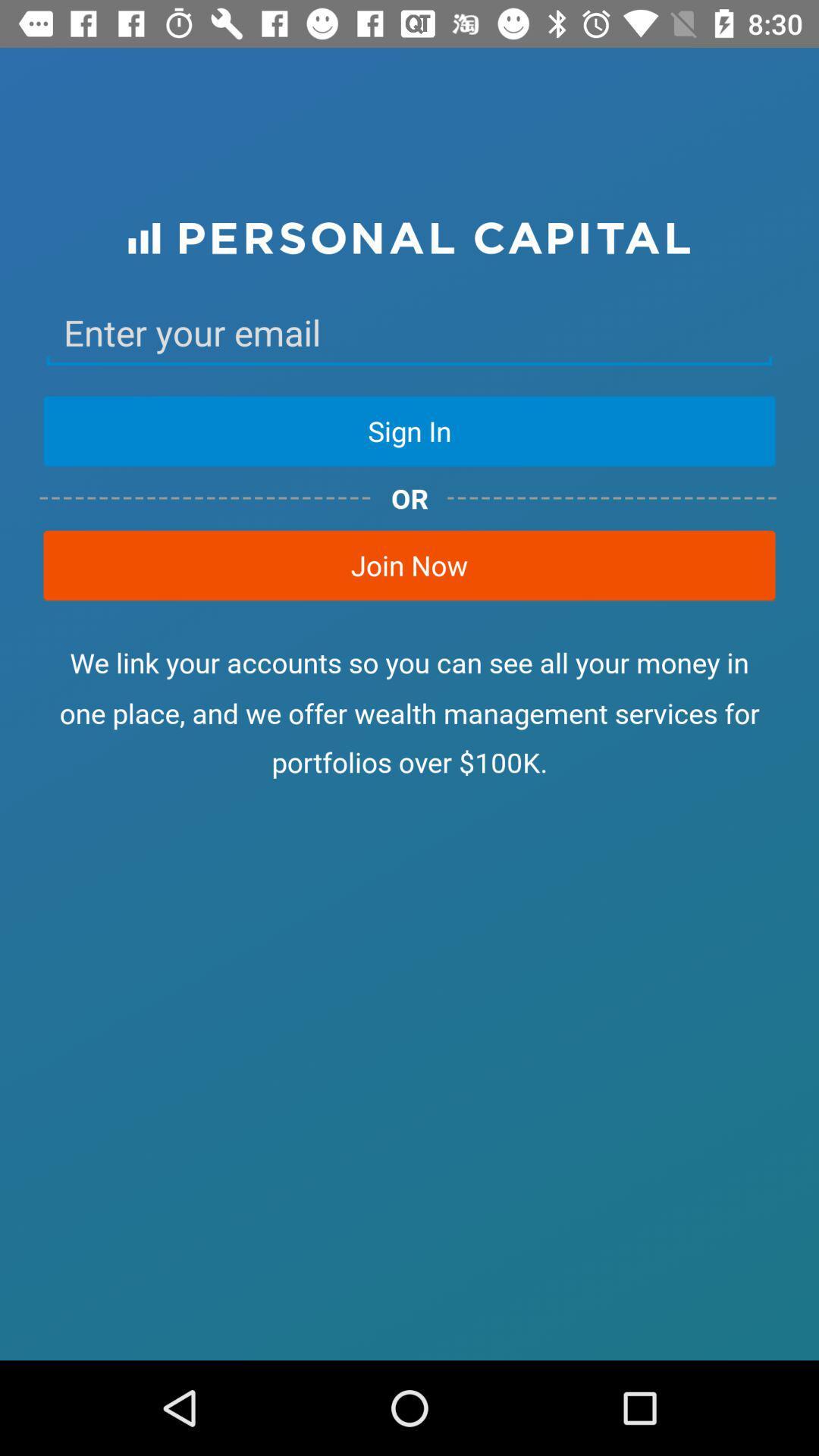 This screenshot has height=1456, width=819. Describe the element at coordinates (409, 332) in the screenshot. I see `your email` at that location.